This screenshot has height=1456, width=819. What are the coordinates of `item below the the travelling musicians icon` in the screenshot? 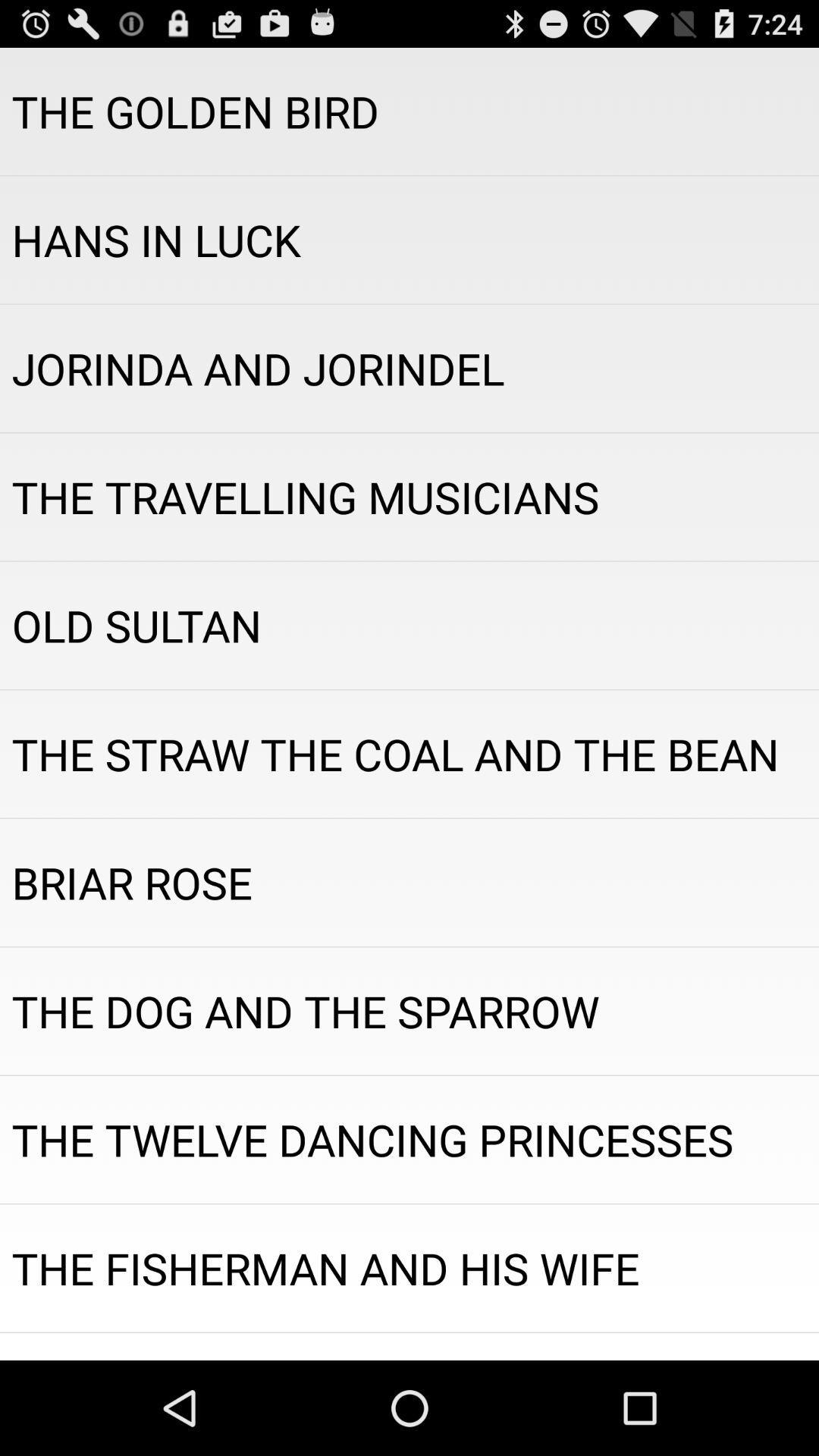 It's located at (409, 626).